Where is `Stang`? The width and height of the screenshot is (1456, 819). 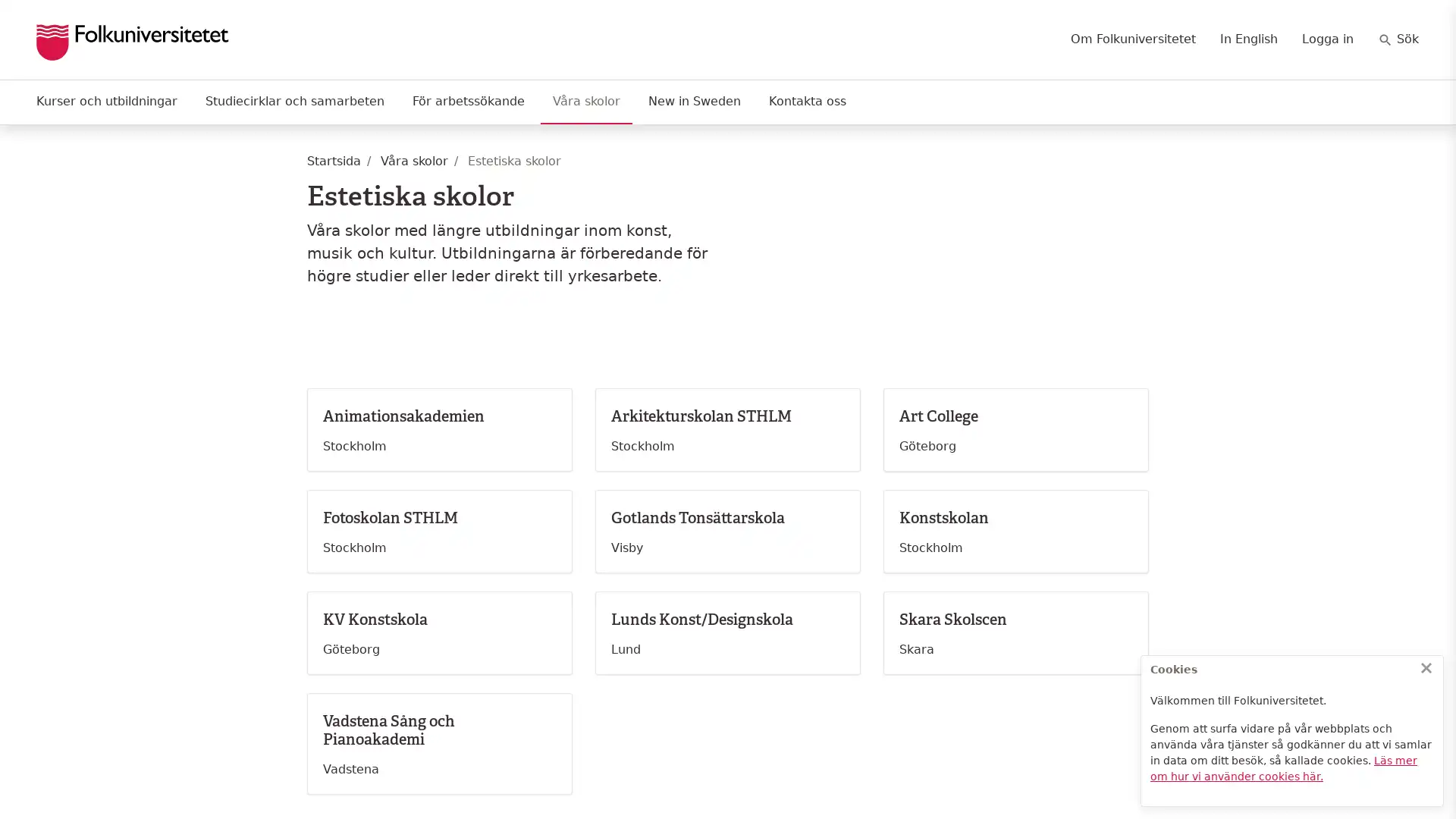 Stang is located at coordinates (1426, 667).